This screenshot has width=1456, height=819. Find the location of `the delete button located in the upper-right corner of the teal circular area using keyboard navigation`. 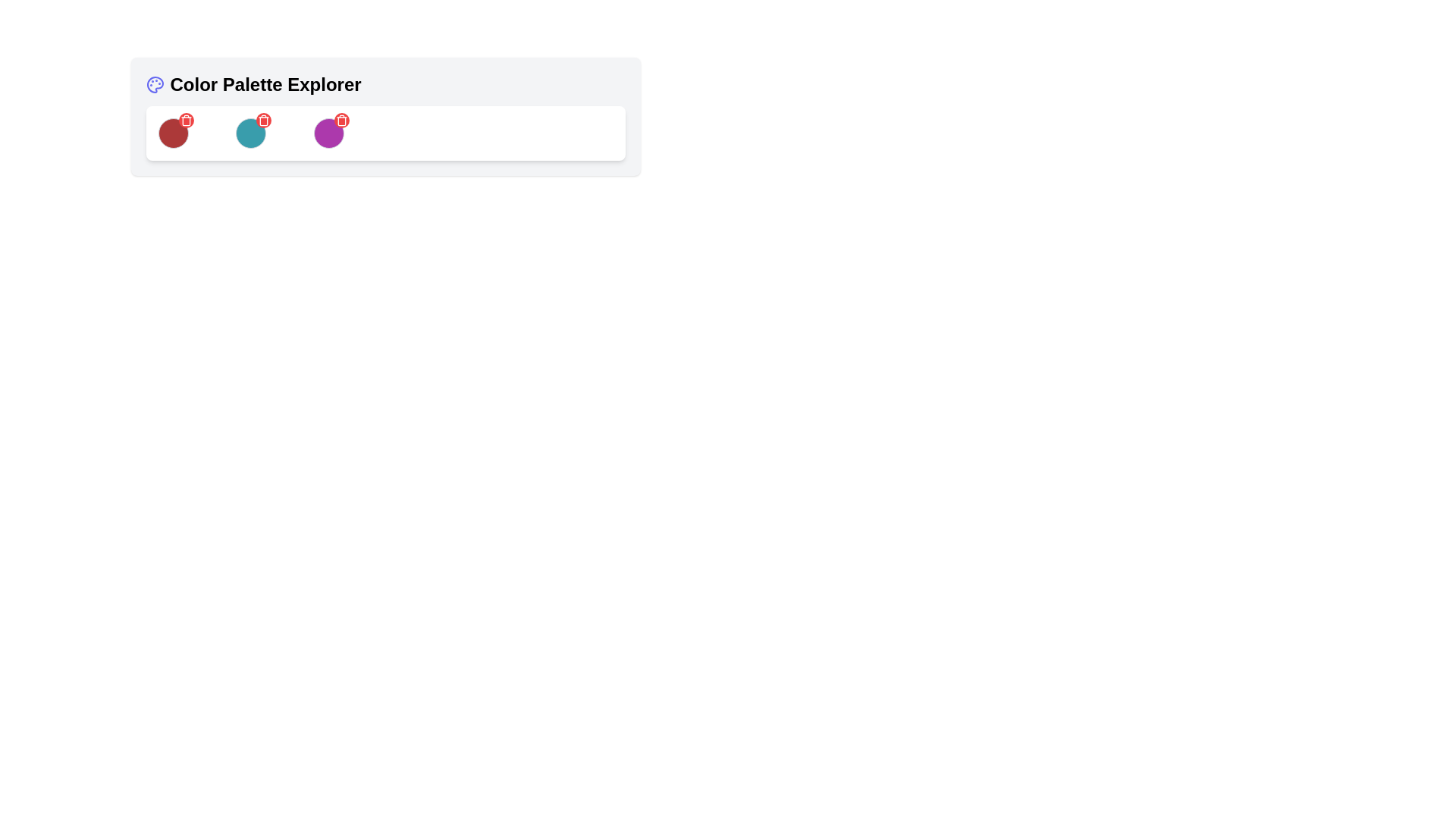

the delete button located in the upper-right corner of the teal circular area using keyboard navigation is located at coordinates (264, 119).